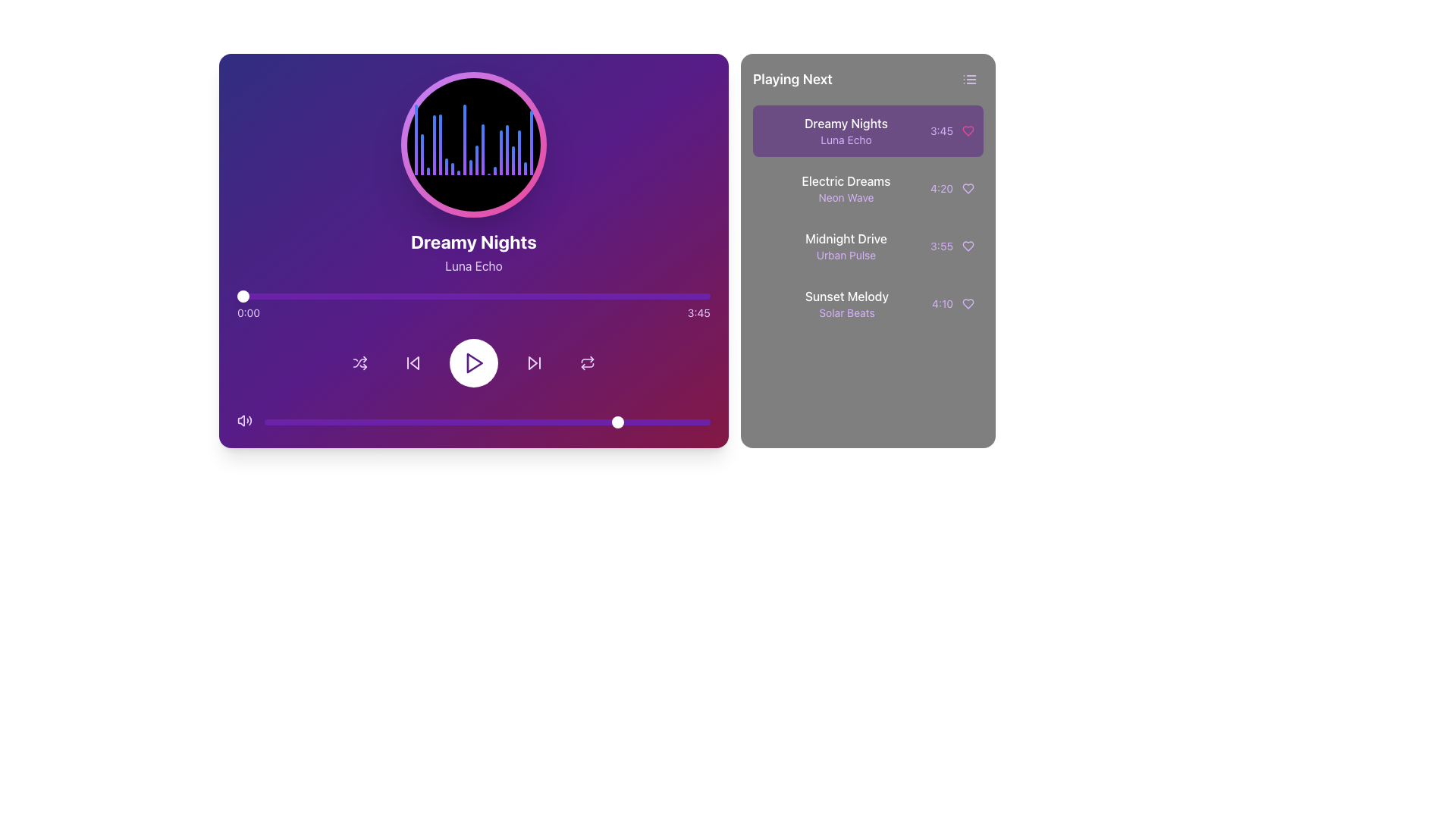 The height and width of the screenshot is (819, 1456). What do you see at coordinates (846, 254) in the screenshot?
I see `the subtitle text label located directly below 'Midnight Drive' in the 'Playing Next' section of the vertical list` at bounding box center [846, 254].